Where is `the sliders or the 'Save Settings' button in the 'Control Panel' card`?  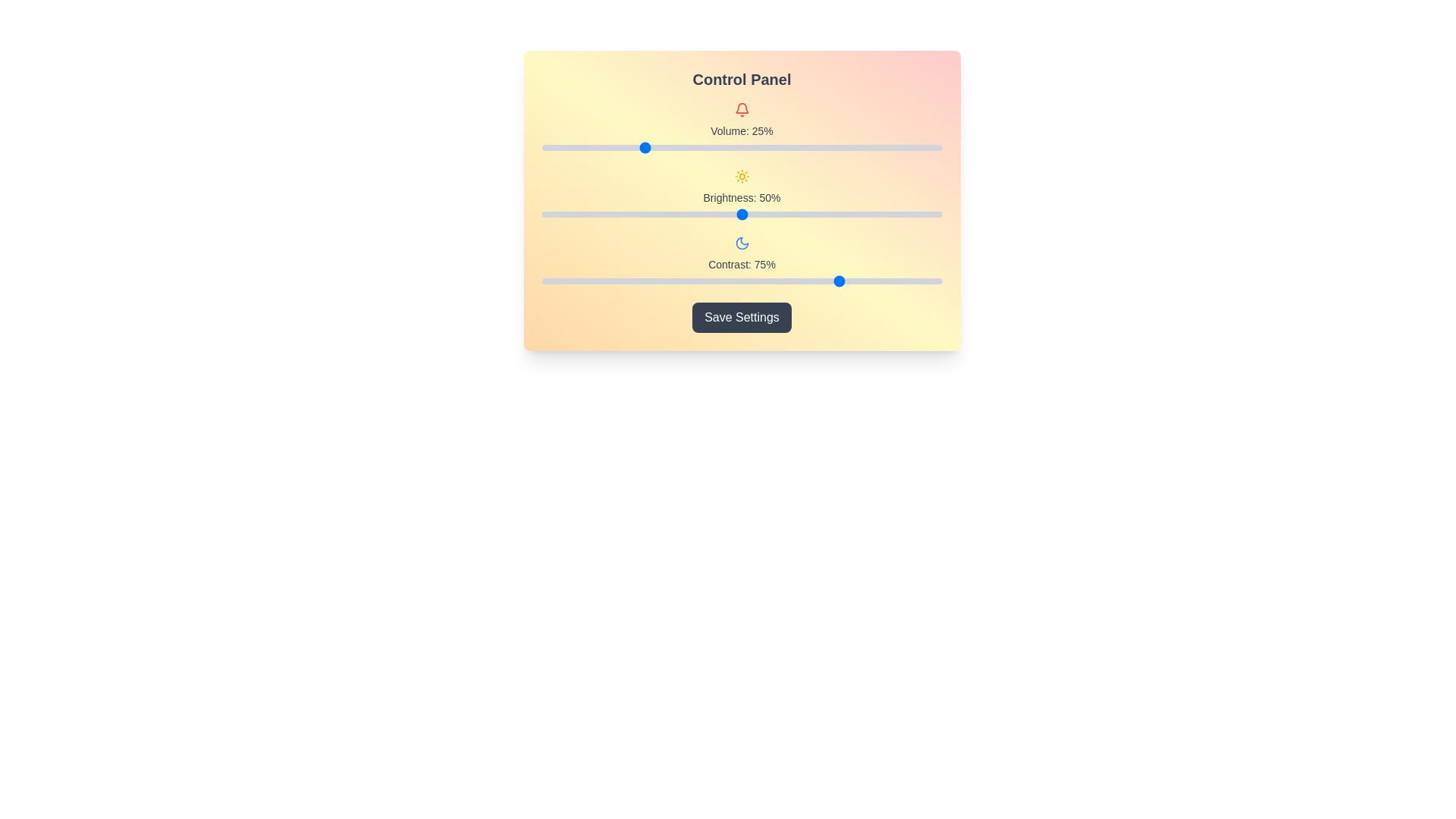 the sliders or the 'Save Settings' button in the 'Control Panel' card is located at coordinates (742, 200).